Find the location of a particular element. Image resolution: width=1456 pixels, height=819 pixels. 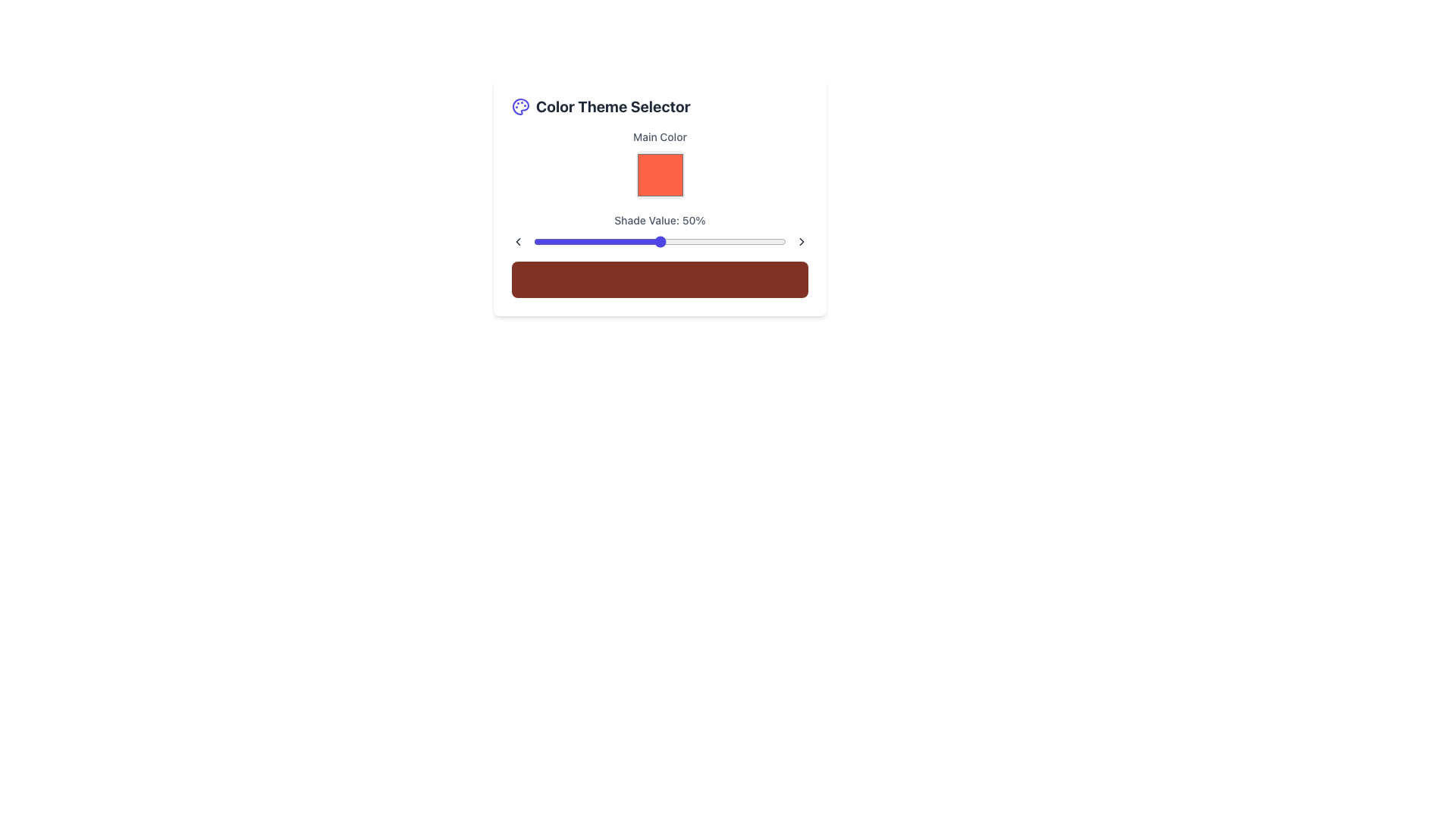

the shade value is located at coordinates (583, 241).